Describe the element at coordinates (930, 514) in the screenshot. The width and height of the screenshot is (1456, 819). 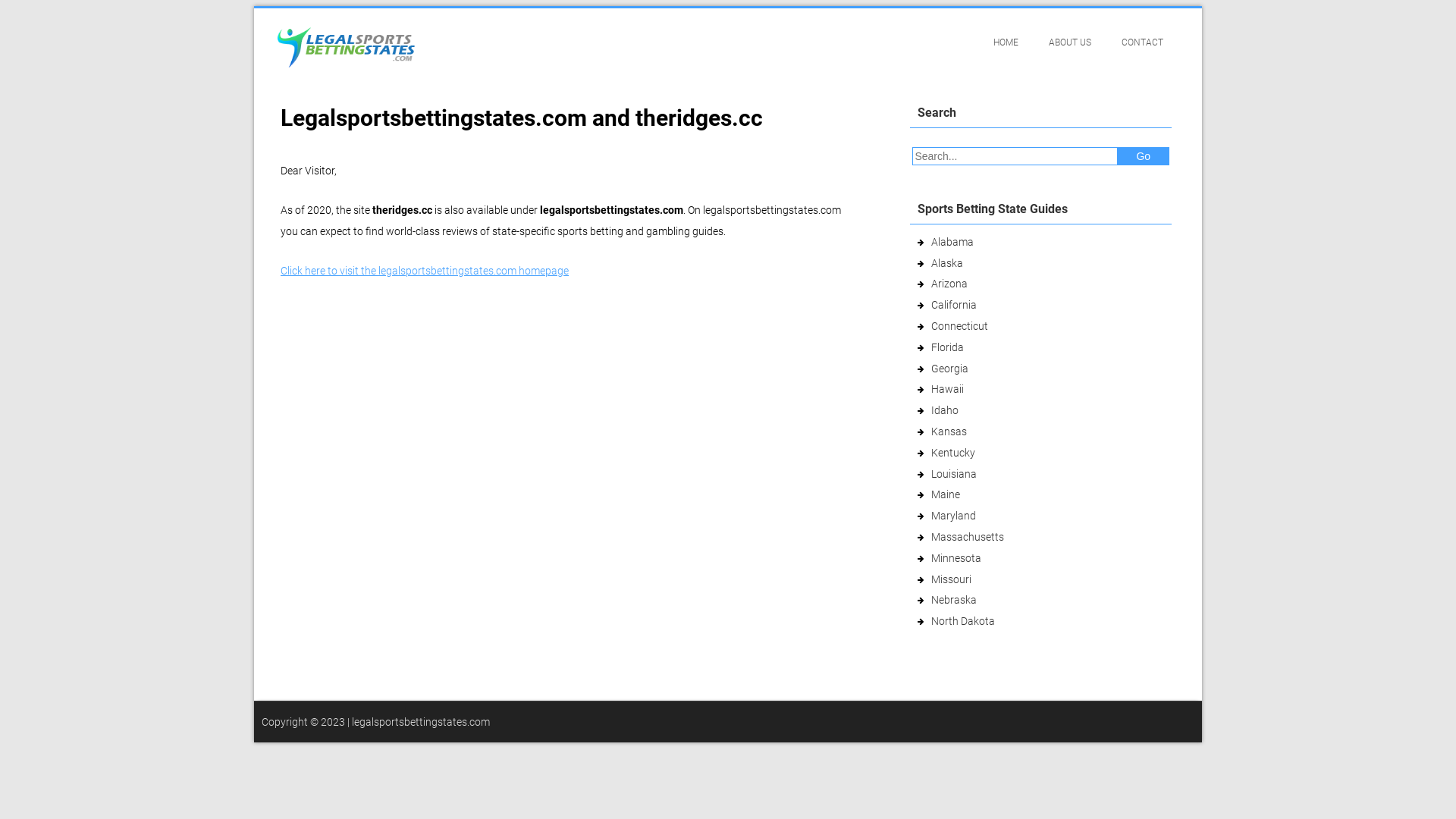
I see `'Maryland'` at that location.